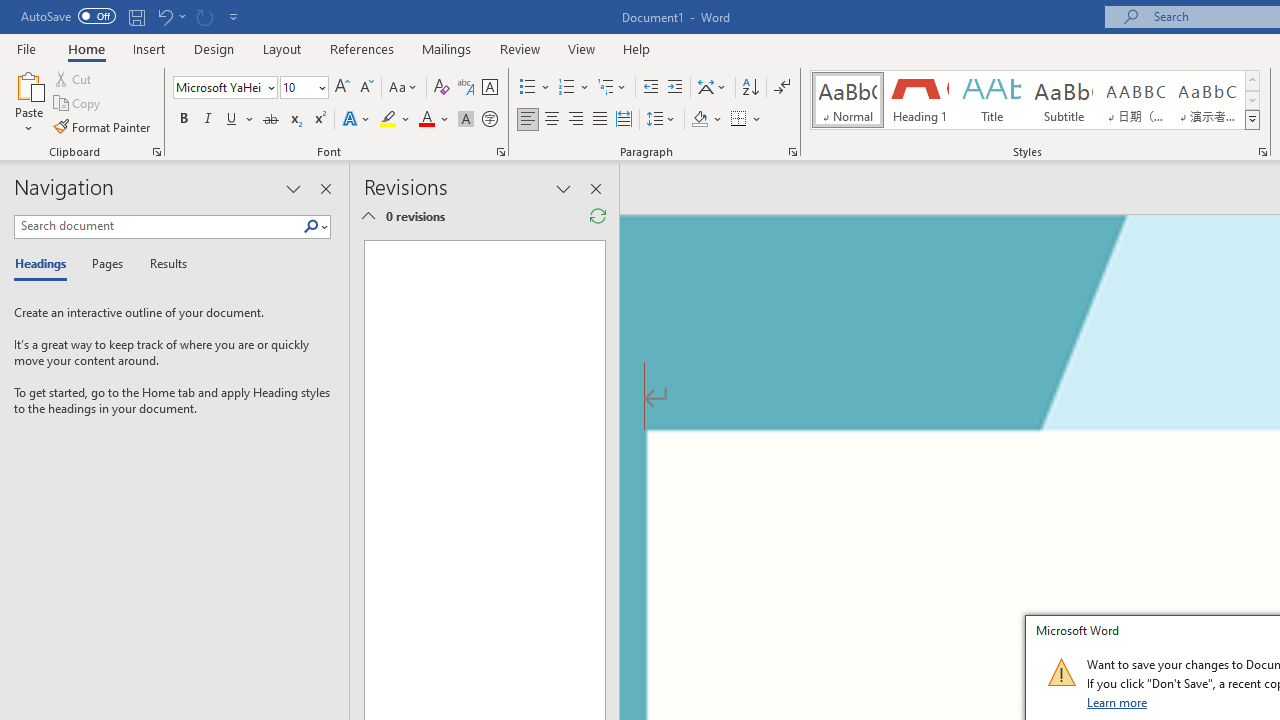  I want to click on 'Bullets', so click(535, 86).